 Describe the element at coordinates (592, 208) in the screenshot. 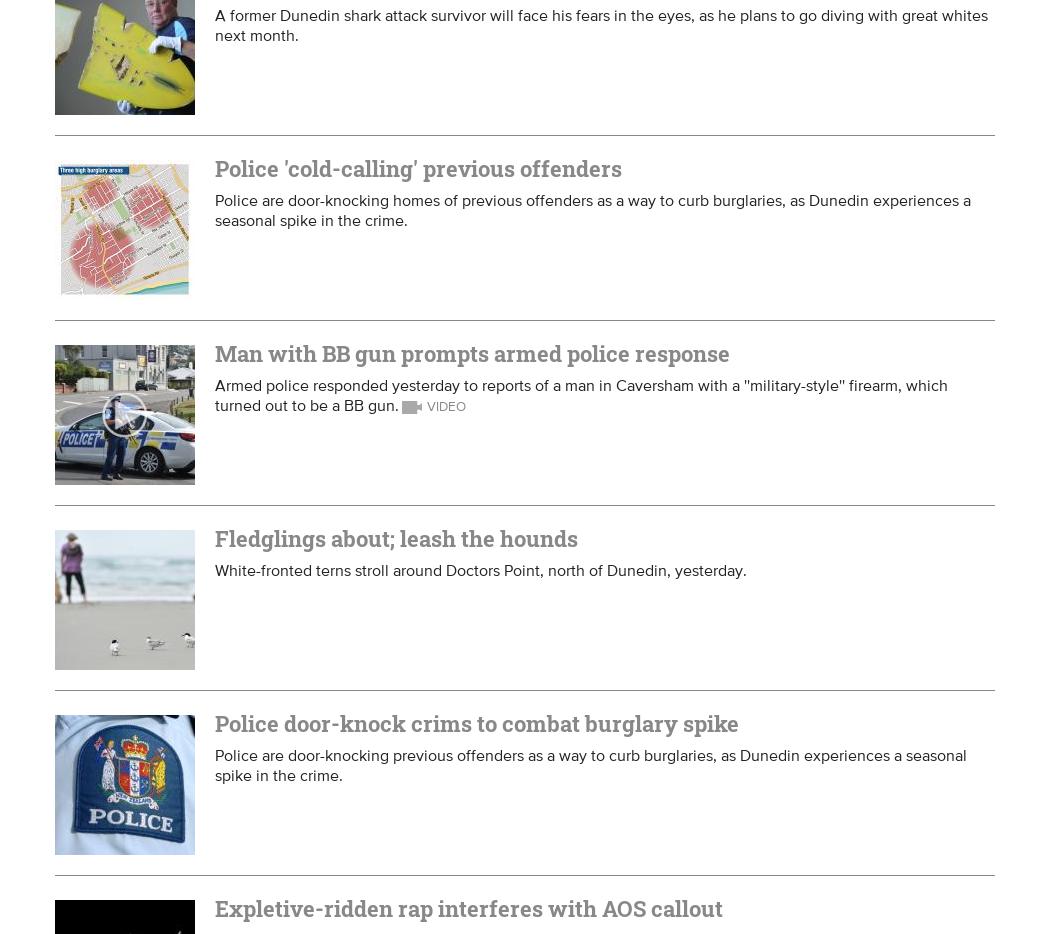

I see `'Police are door-knocking homes of previous offenders as a way to curb burglaries, as Dunedin experiences a seasonal spike in the crime.'` at that location.